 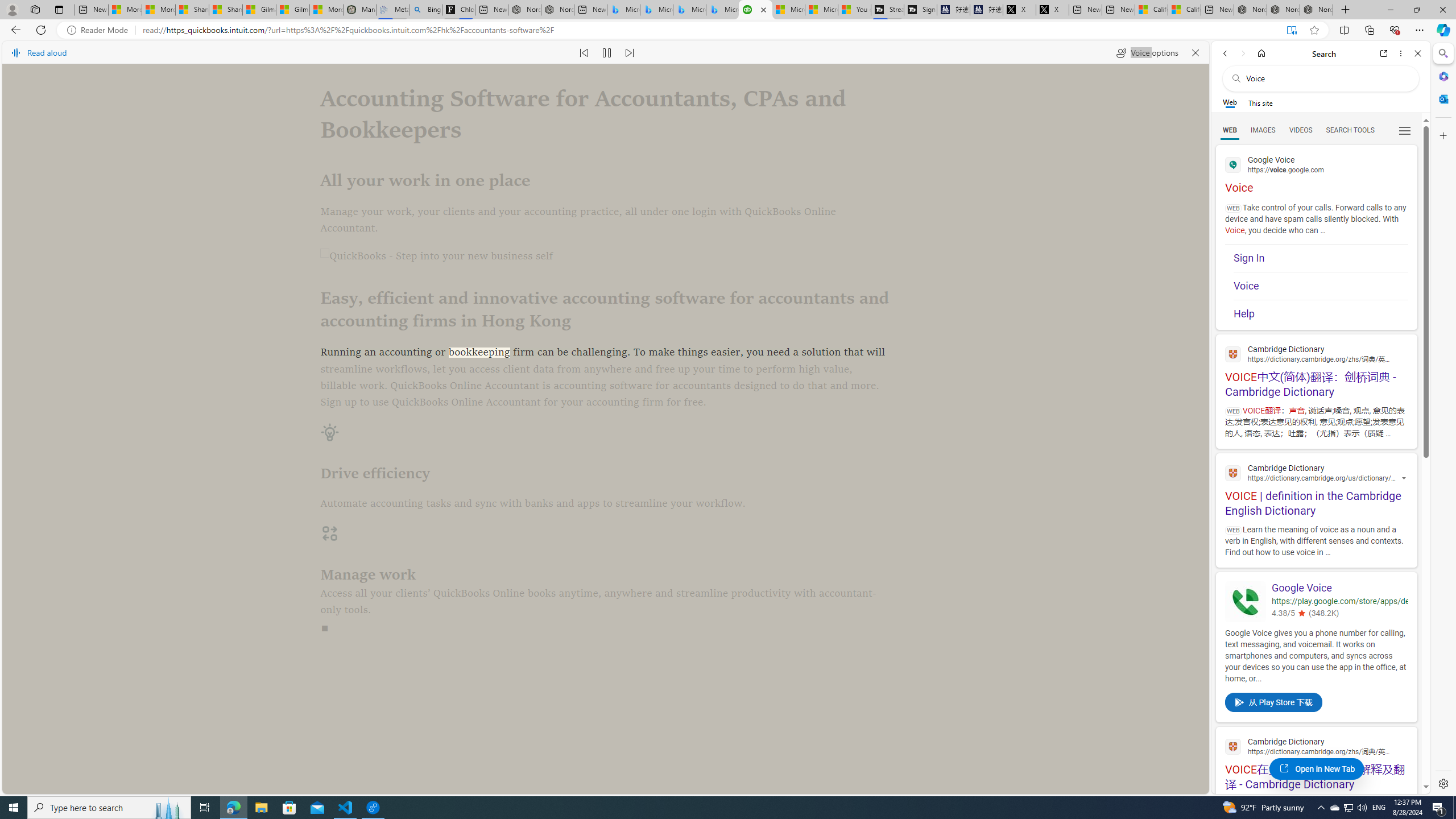 What do you see at coordinates (709, 30) in the screenshot?
I see `'Address and search bar'` at bounding box center [709, 30].